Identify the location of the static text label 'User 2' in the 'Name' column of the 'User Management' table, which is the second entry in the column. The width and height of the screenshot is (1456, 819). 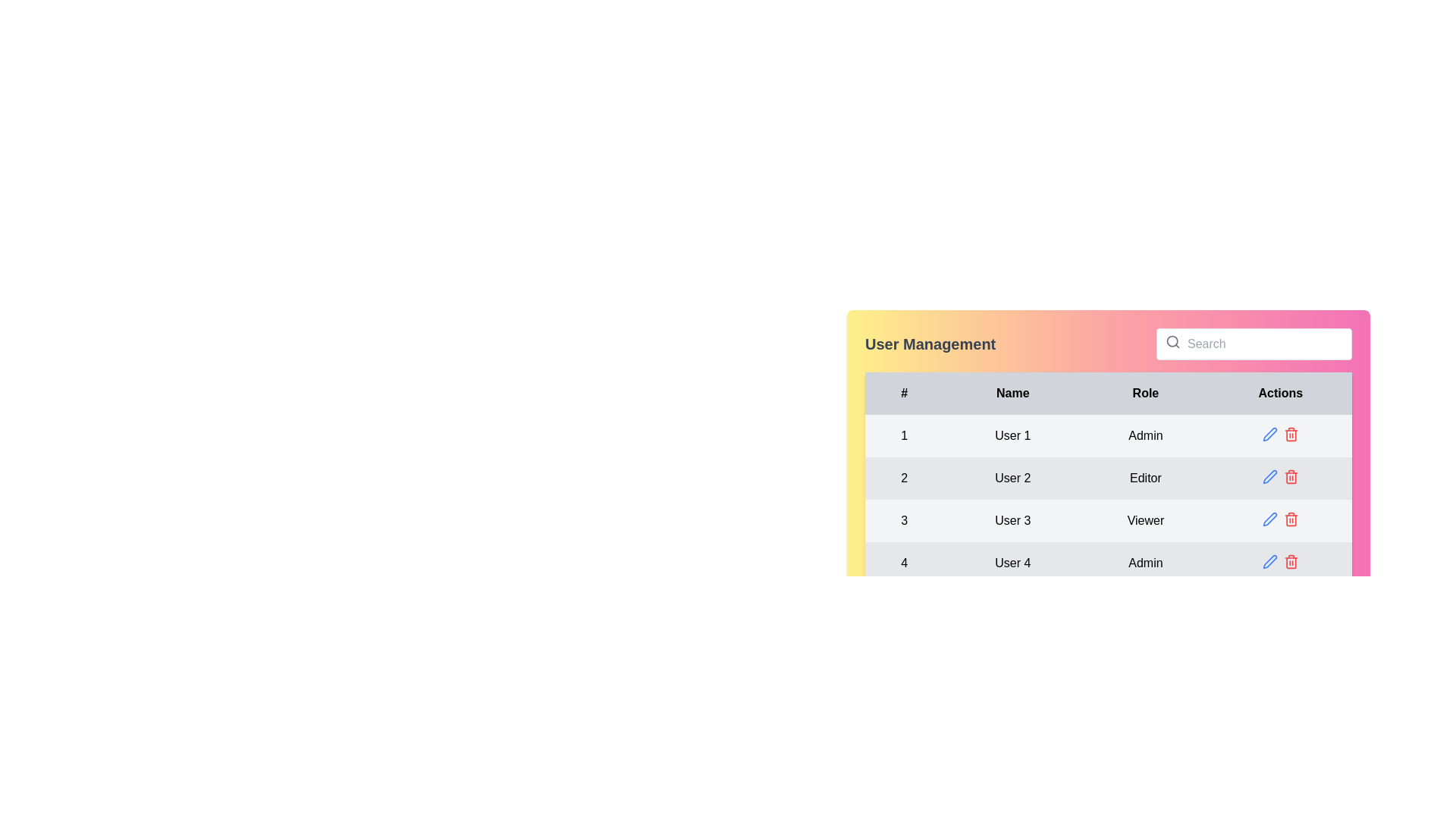
(1012, 479).